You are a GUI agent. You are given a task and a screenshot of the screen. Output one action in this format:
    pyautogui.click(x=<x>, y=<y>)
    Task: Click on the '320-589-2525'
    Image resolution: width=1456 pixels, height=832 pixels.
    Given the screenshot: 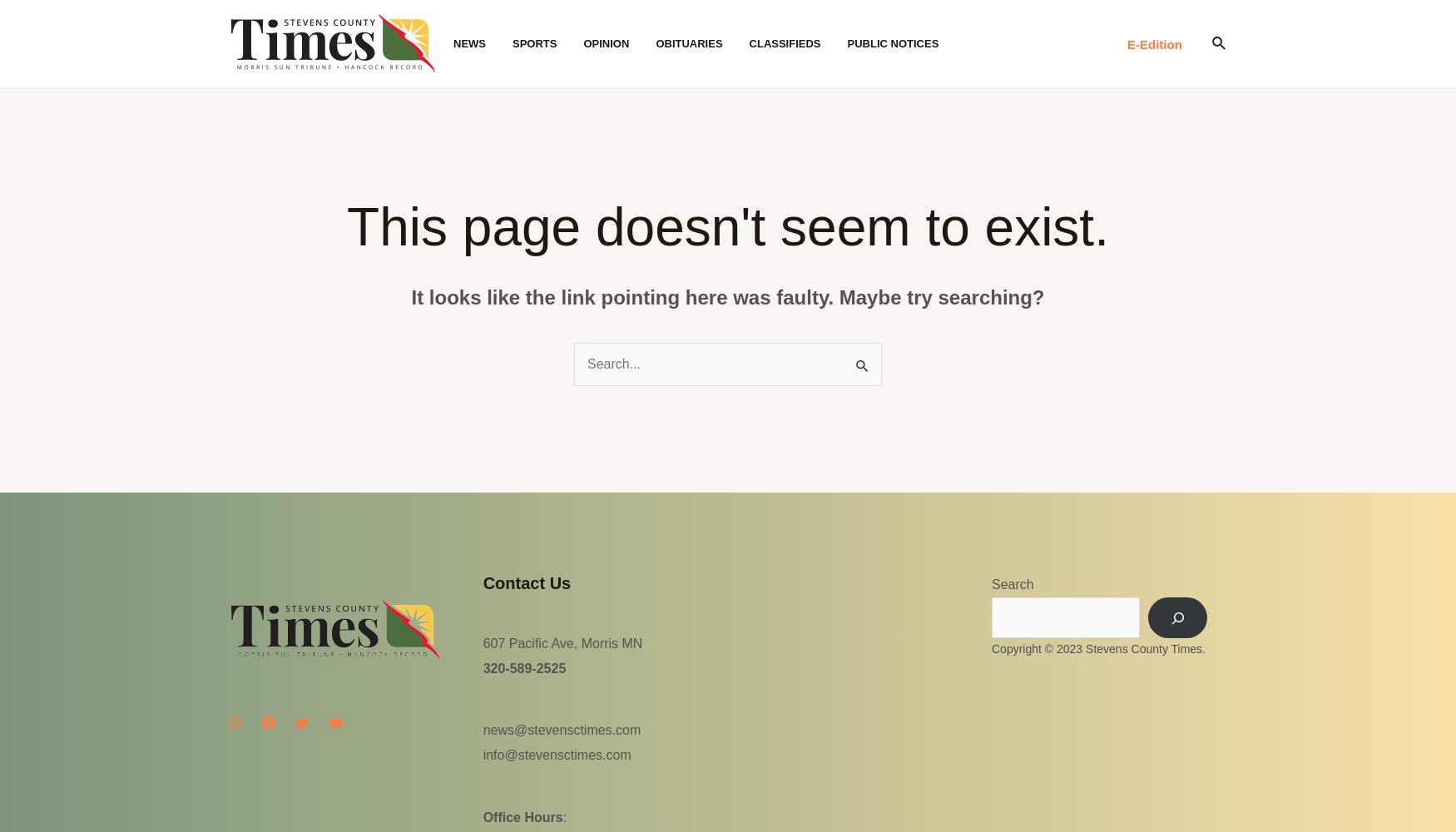 What is the action you would take?
    pyautogui.click(x=482, y=667)
    